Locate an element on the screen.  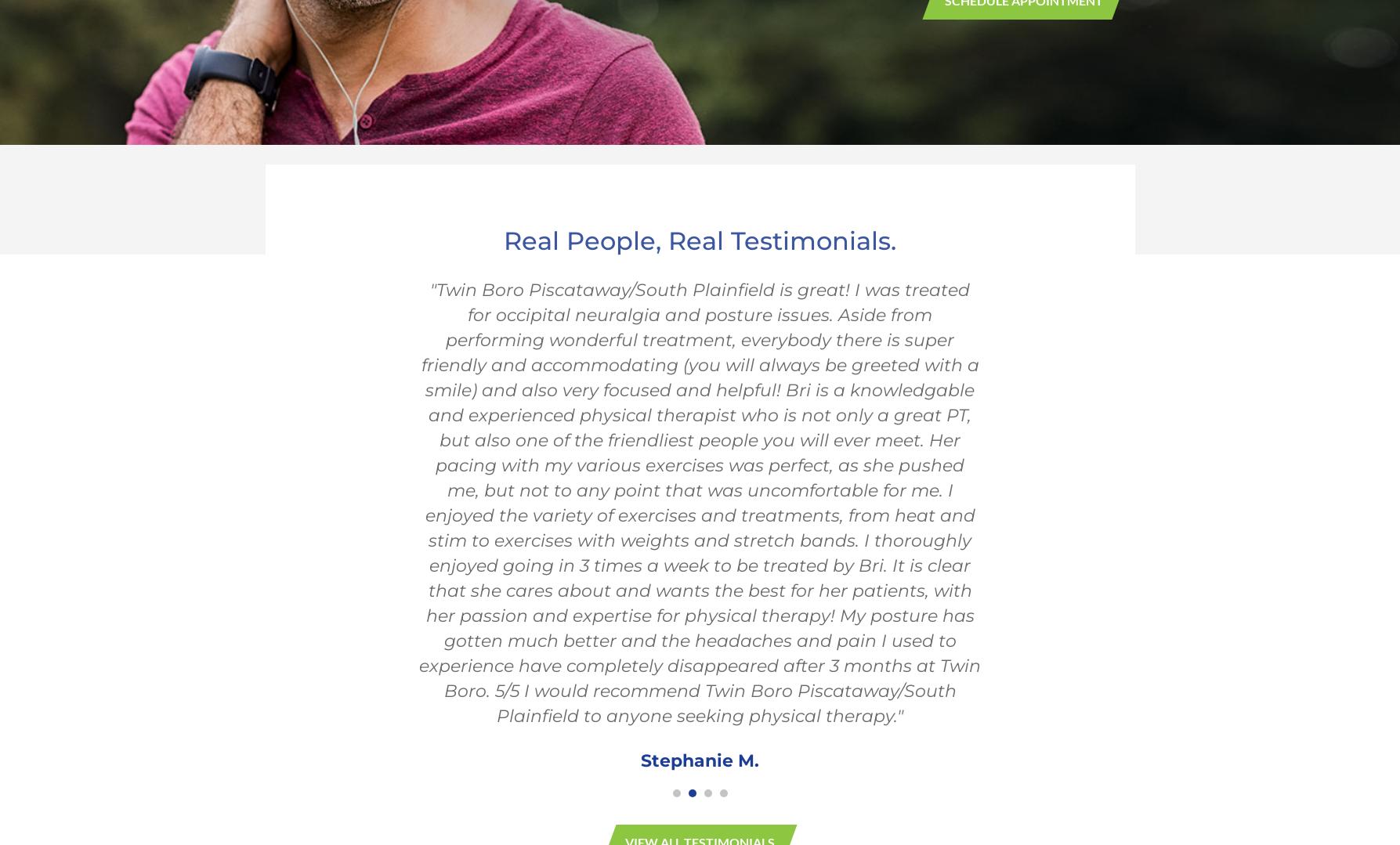
'Stephanie M.' is located at coordinates (700, 759).